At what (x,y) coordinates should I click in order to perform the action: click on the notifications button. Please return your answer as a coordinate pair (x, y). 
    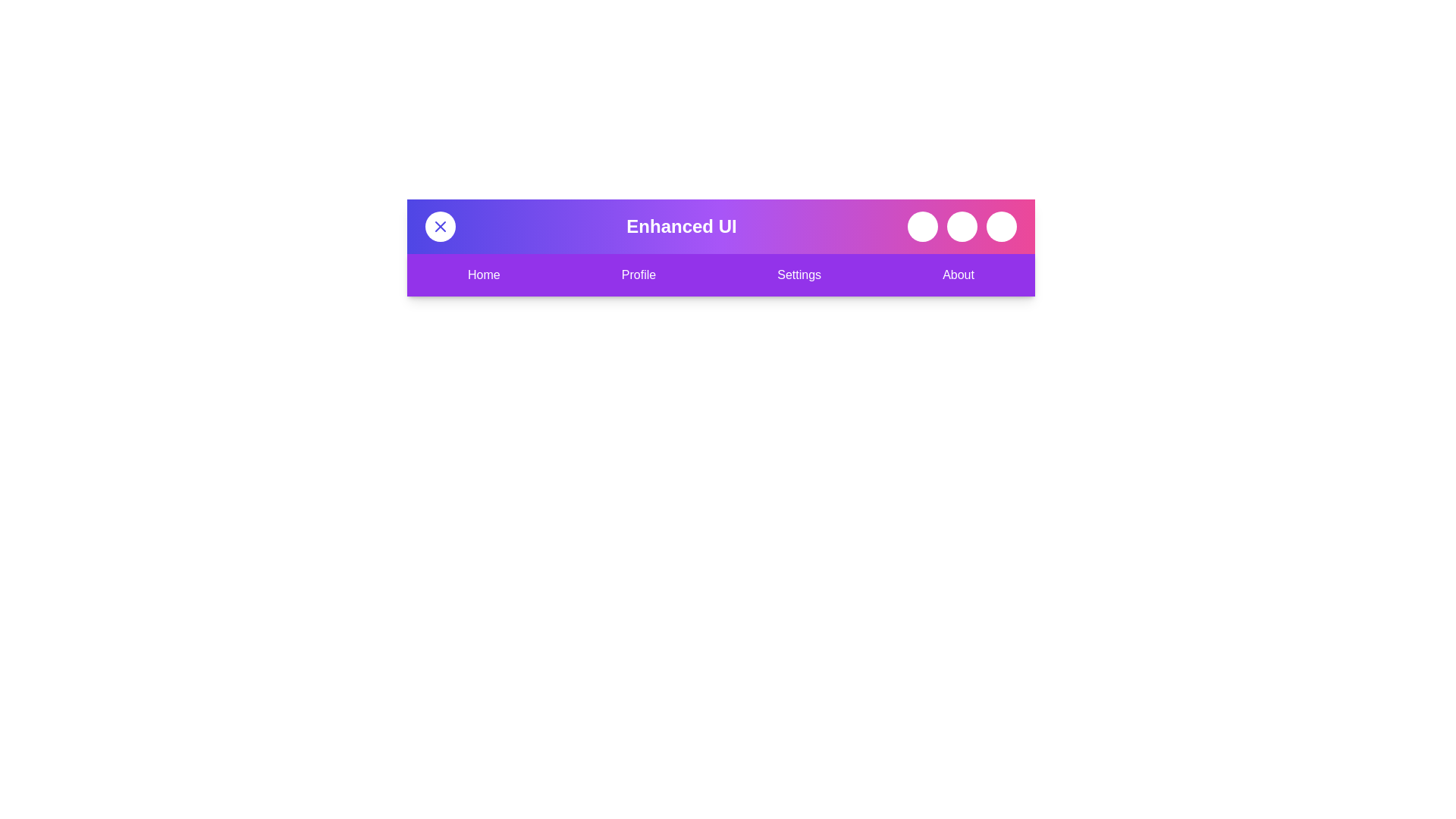
    Looking at the image, I should click on (961, 227).